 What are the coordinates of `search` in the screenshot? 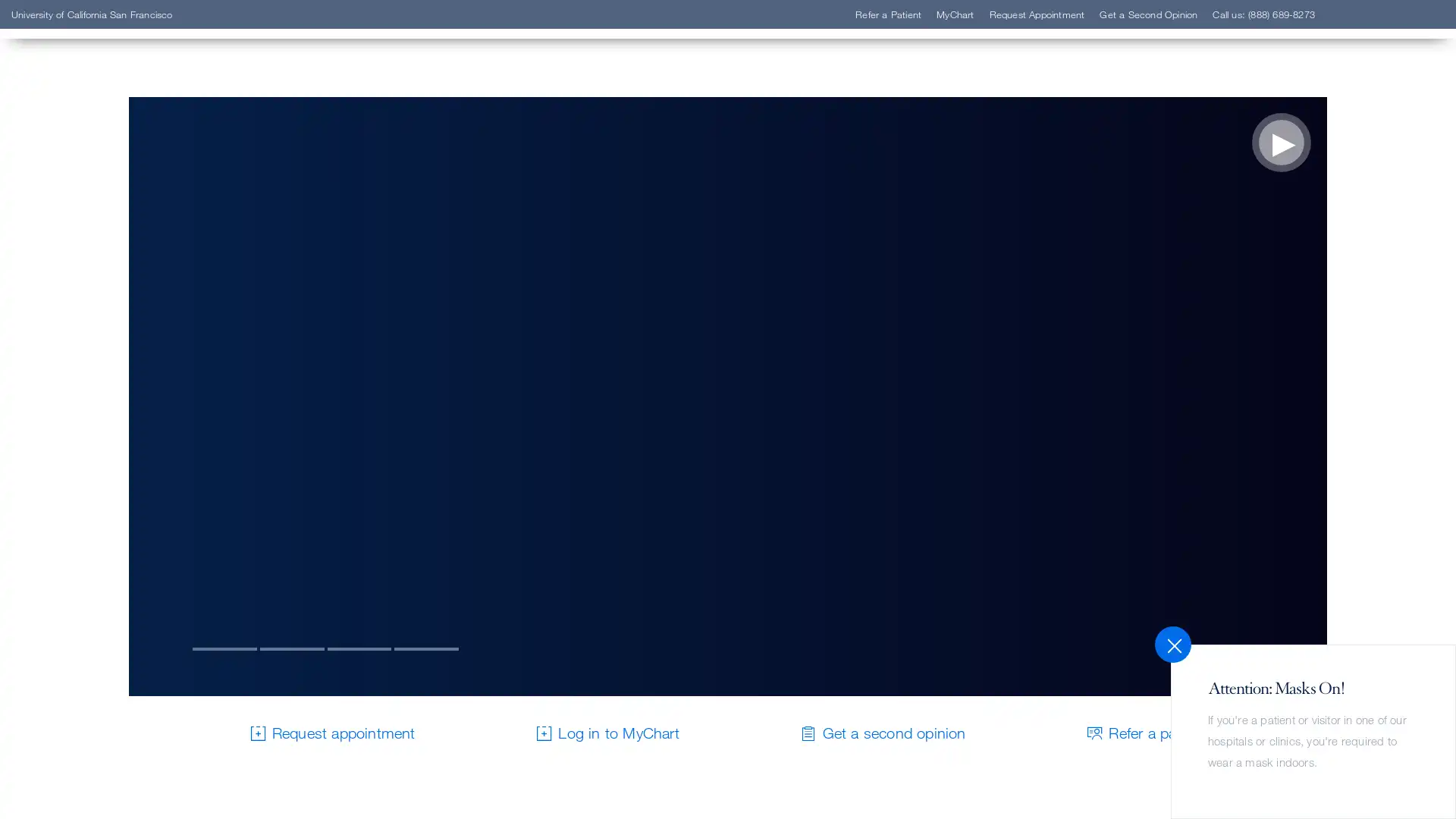 It's located at (914, 100).